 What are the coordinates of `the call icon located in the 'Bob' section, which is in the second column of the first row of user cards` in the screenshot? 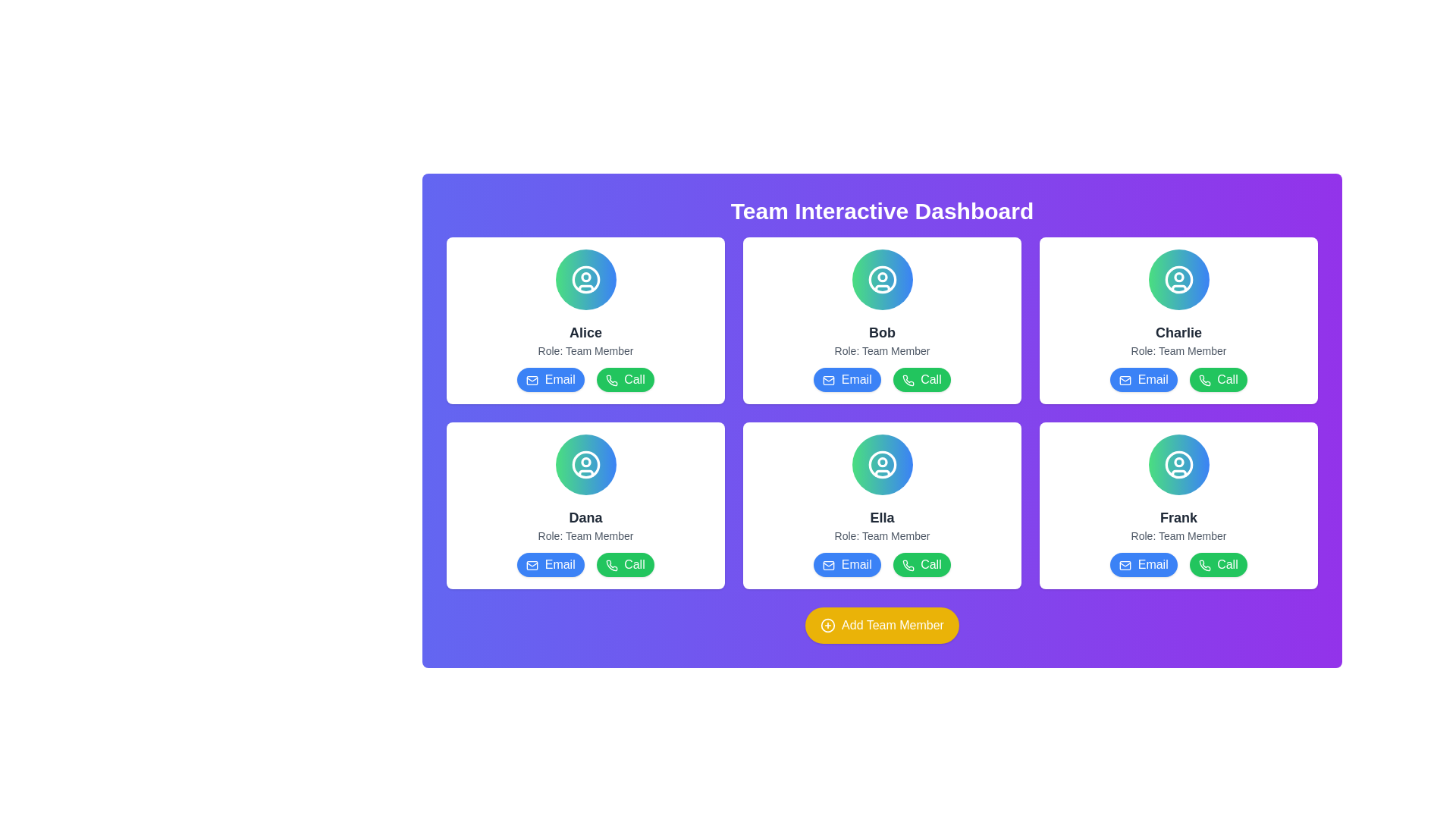 It's located at (908, 379).